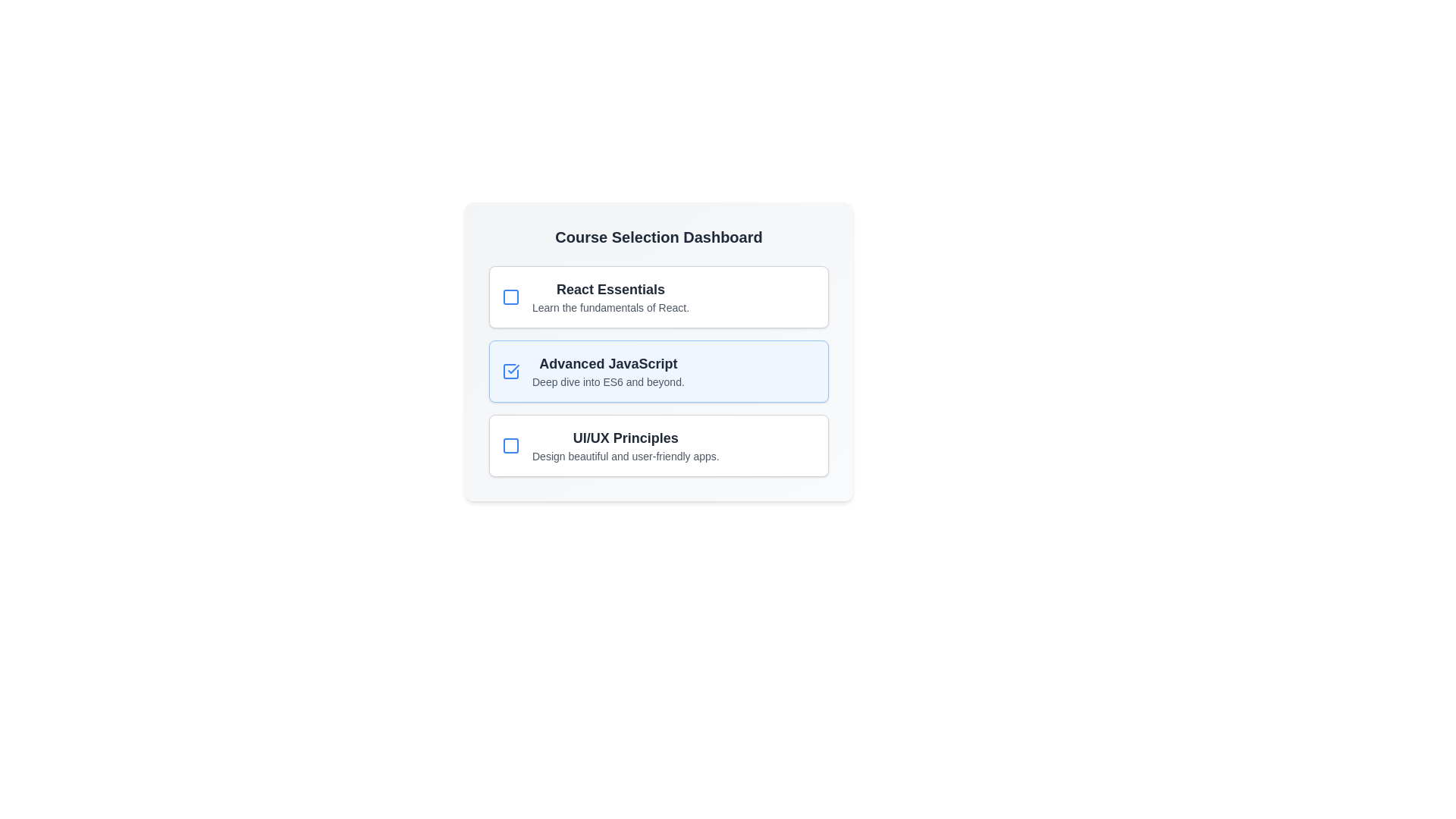 The image size is (1456, 819). I want to click on the text block containing 'React Essentials' and its description, which is the first item in the course options list, so click(610, 297).